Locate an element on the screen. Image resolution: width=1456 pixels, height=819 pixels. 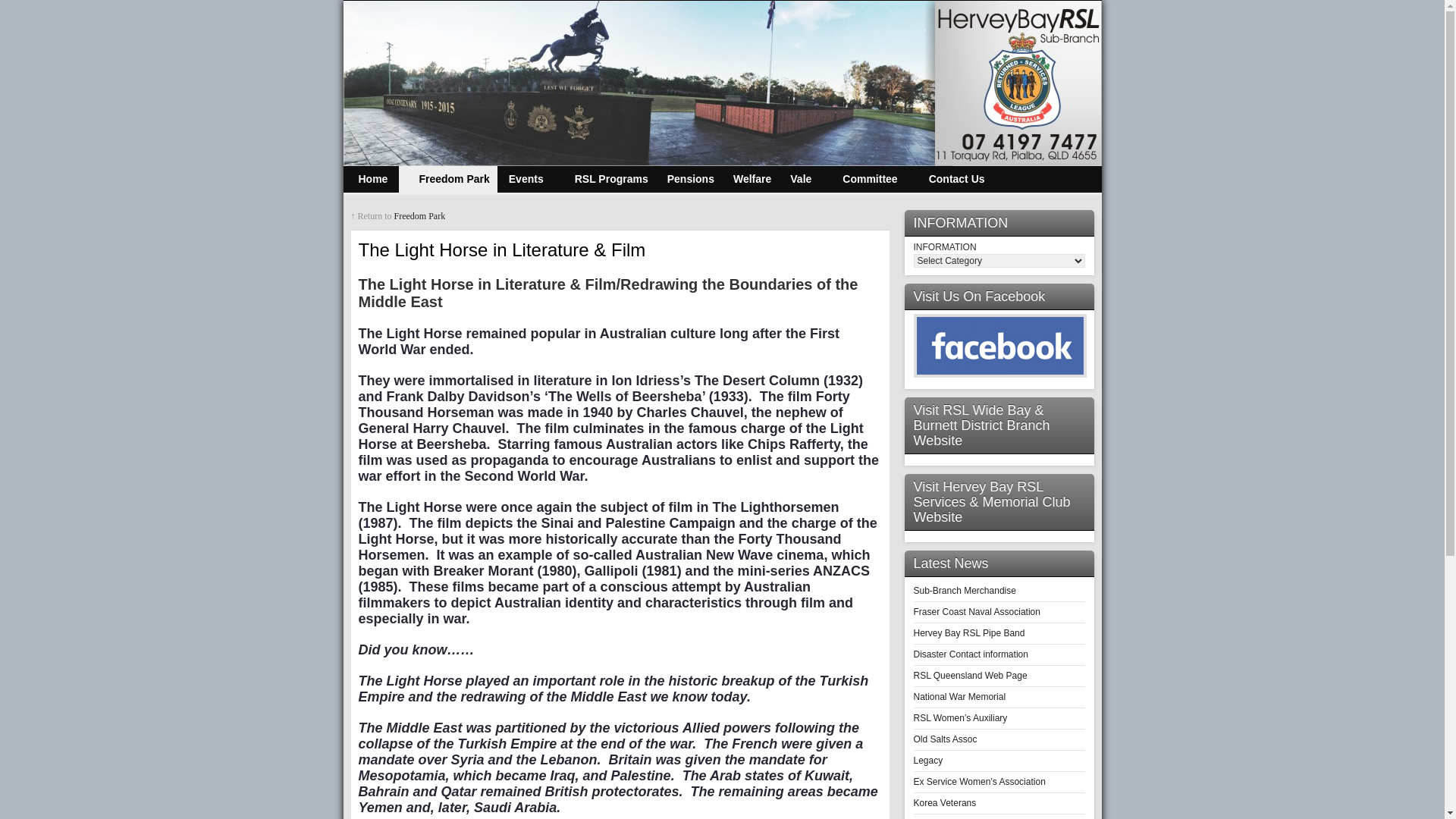
'National War Memorial' is located at coordinates (959, 696).